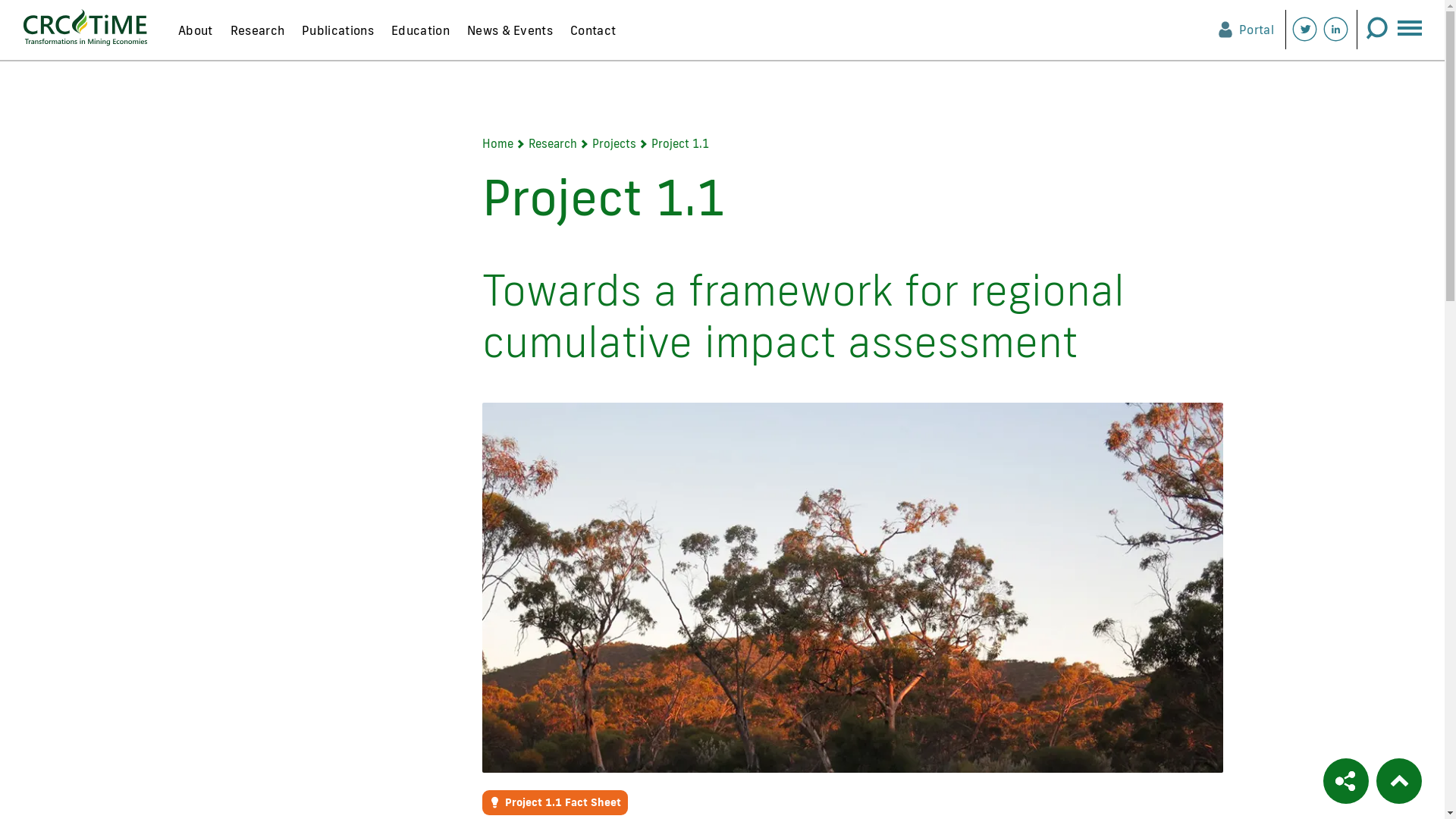  Describe the element at coordinates (509, 37) in the screenshot. I see `'News & Events'` at that location.